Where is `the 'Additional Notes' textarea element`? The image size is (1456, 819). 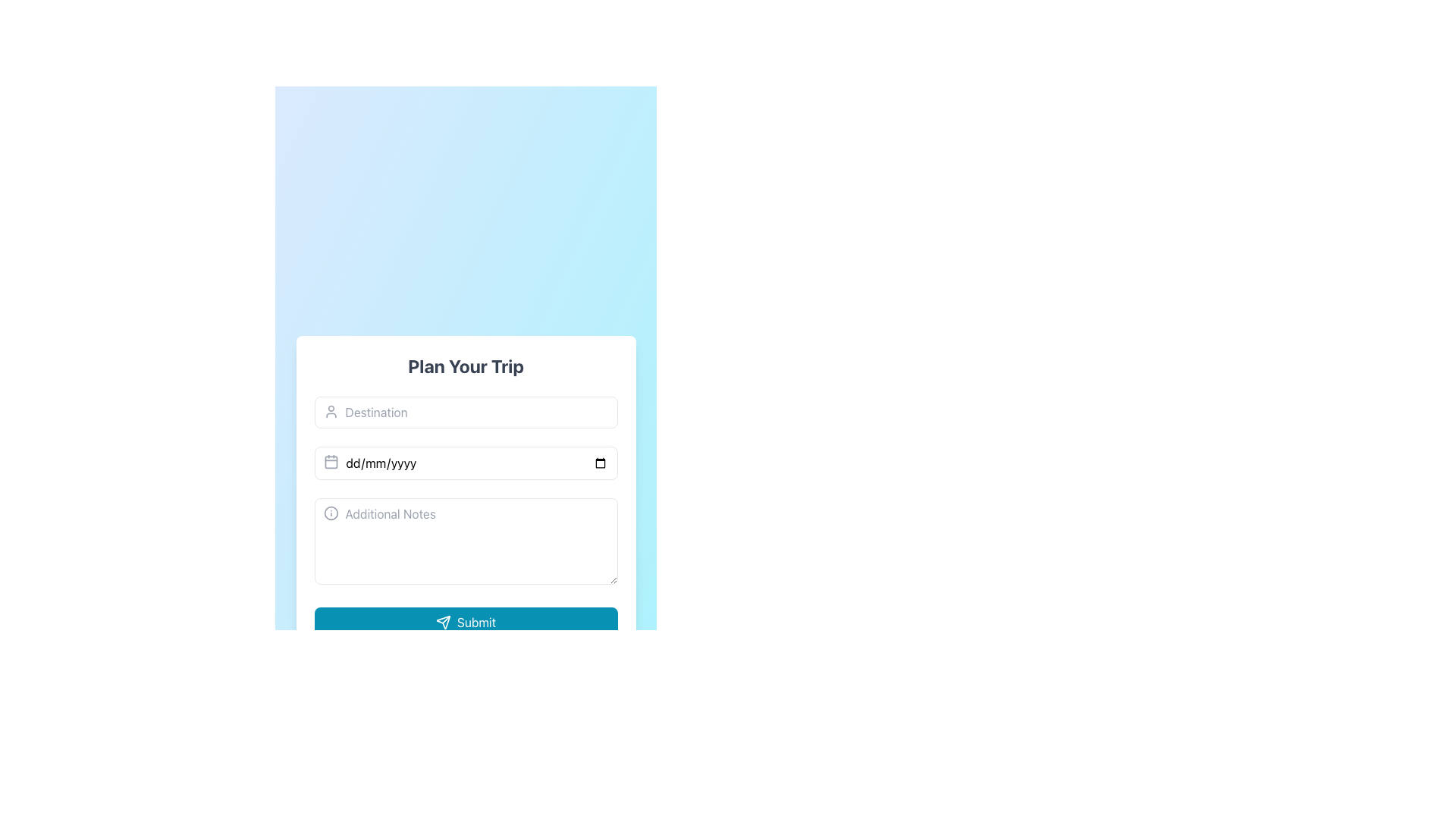 the 'Additional Notes' textarea element is located at coordinates (465, 543).